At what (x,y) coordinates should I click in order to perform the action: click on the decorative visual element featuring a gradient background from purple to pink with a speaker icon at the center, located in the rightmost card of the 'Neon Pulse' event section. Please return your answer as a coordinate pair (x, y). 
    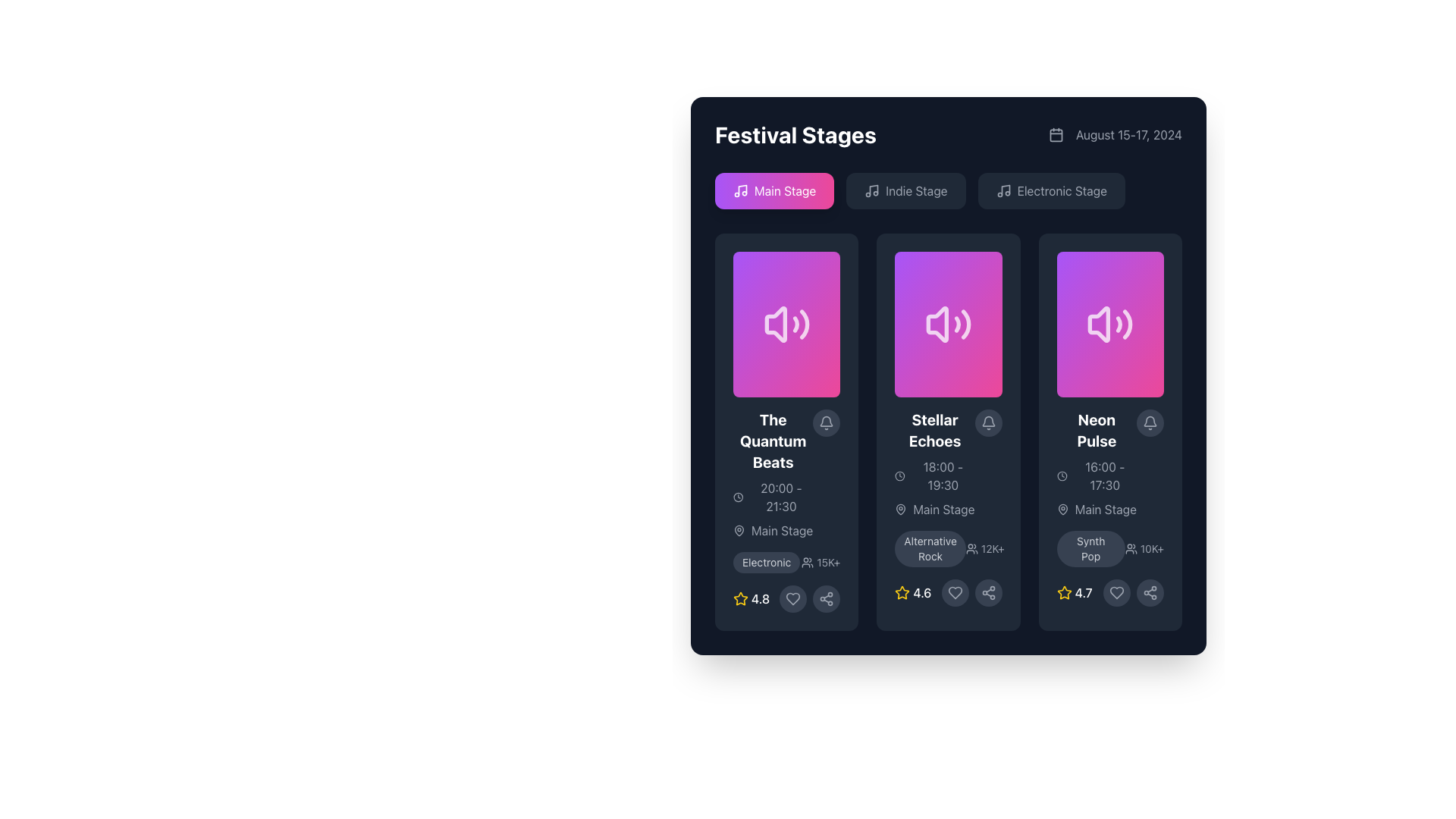
    Looking at the image, I should click on (1110, 324).